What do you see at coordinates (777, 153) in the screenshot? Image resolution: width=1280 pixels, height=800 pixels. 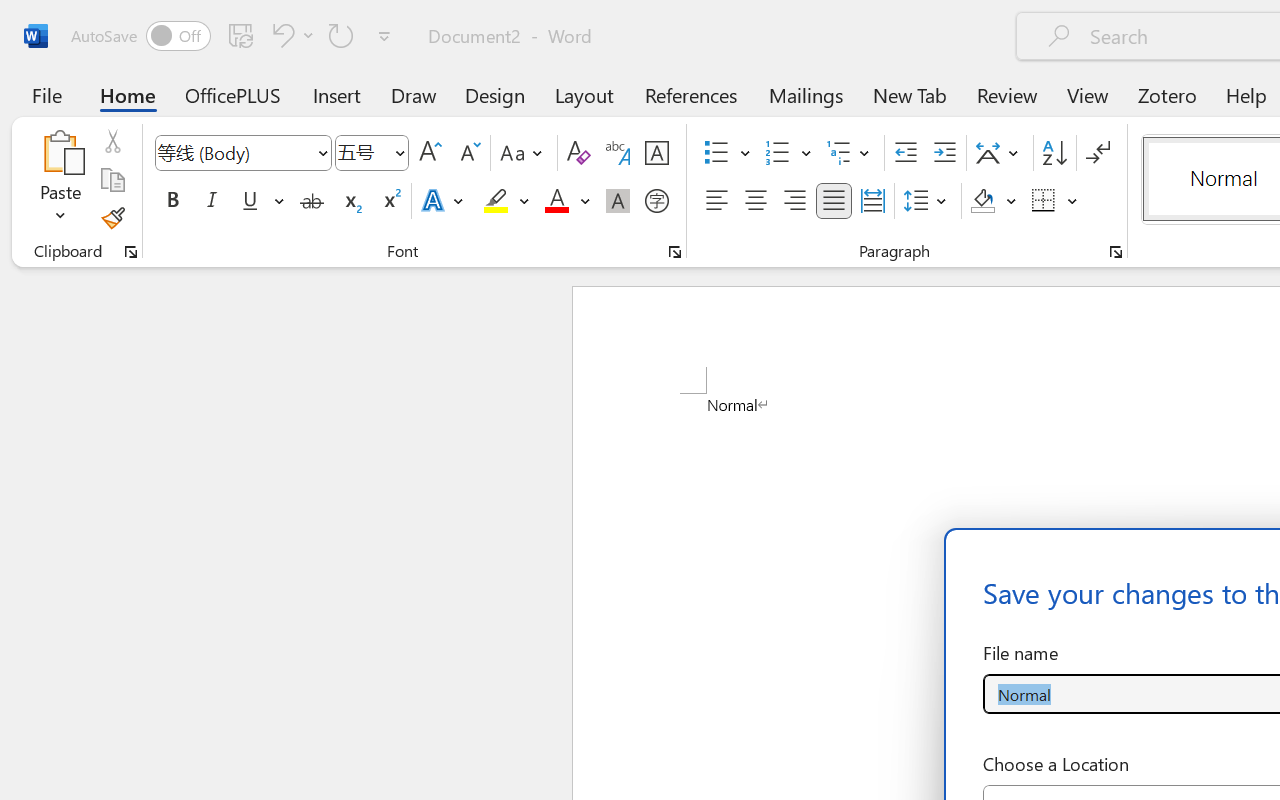 I see `'Numbering'` at bounding box center [777, 153].